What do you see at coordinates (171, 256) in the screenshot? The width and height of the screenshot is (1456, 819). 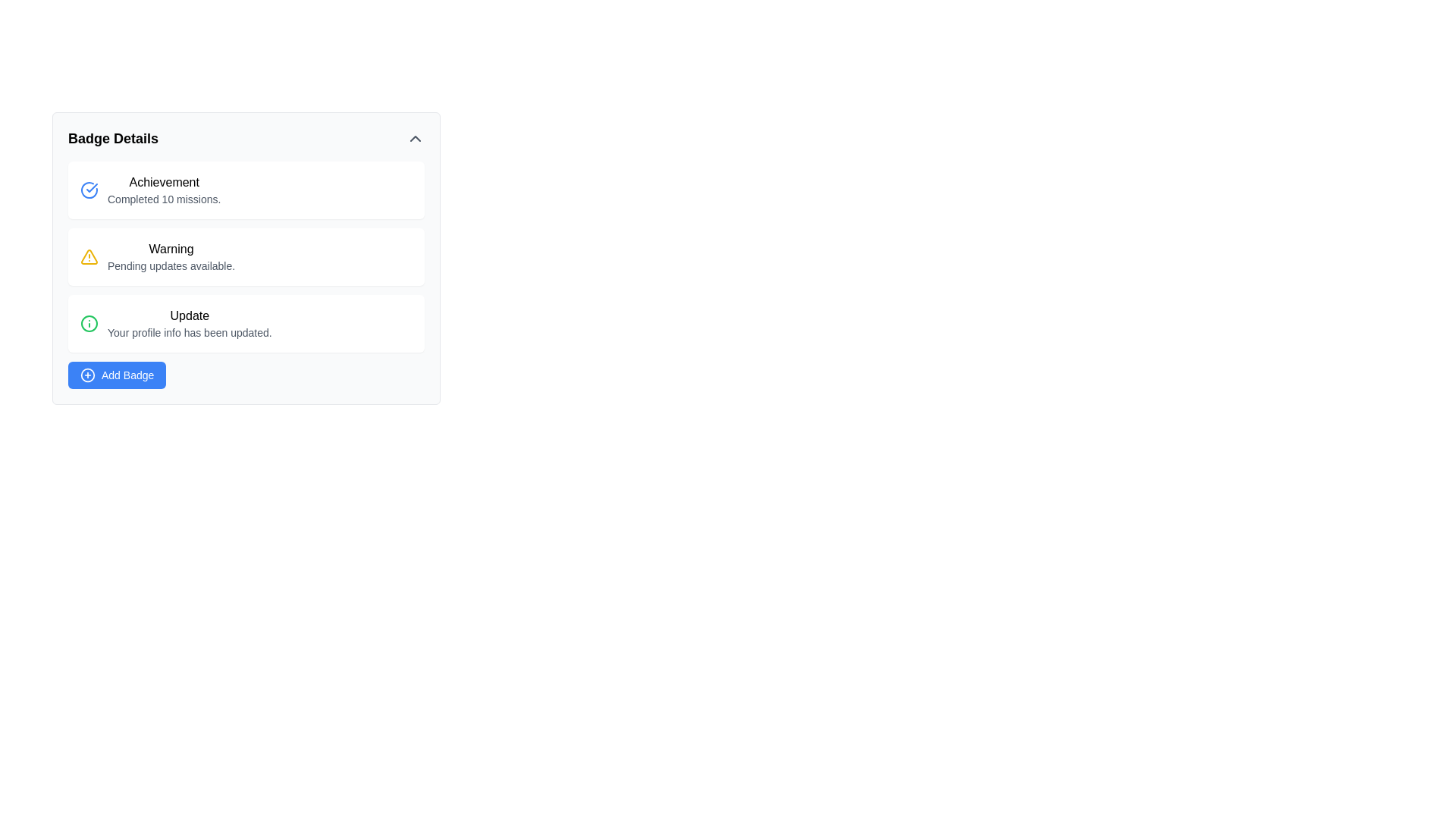 I see `the information displayed in the warning text block, which includes the title 'Warning' and the message 'Pending updates available.'` at bounding box center [171, 256].